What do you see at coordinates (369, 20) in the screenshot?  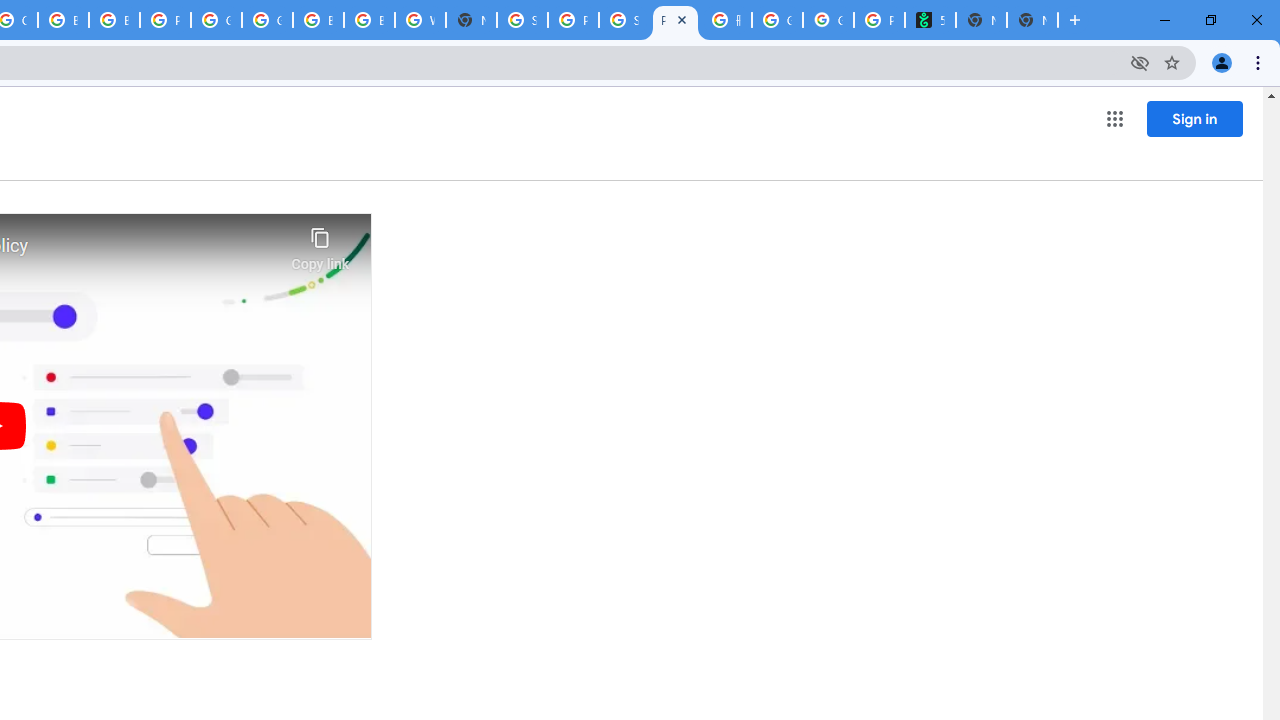 I see `'Browse Chrome as a guest - Computer - Google Chrome Help'` at bounding box center [369, 20].